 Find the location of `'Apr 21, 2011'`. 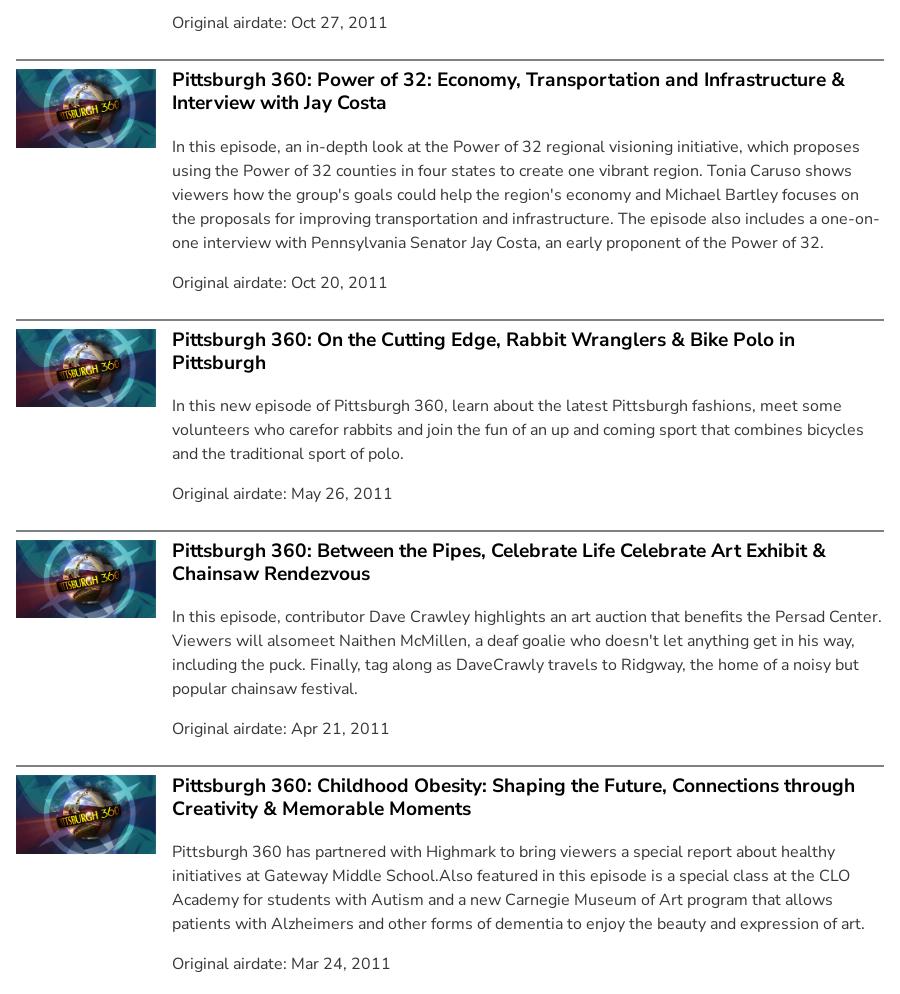

'Apr 21, 2011' is located at coordinates (340, 728).